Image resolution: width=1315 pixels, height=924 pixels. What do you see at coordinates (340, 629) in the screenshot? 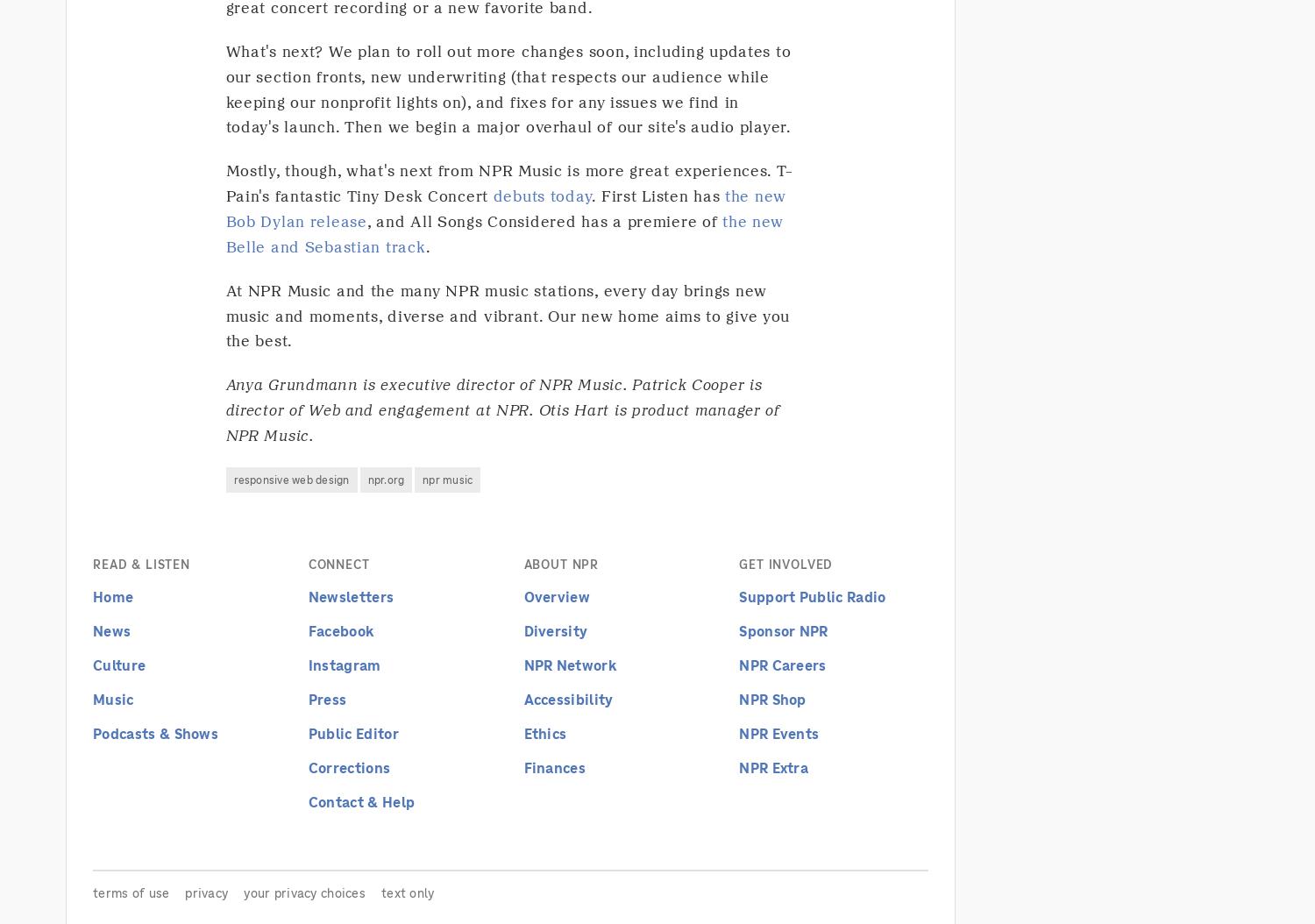
I see `'Facebook'` at bounding box center [340, 629].